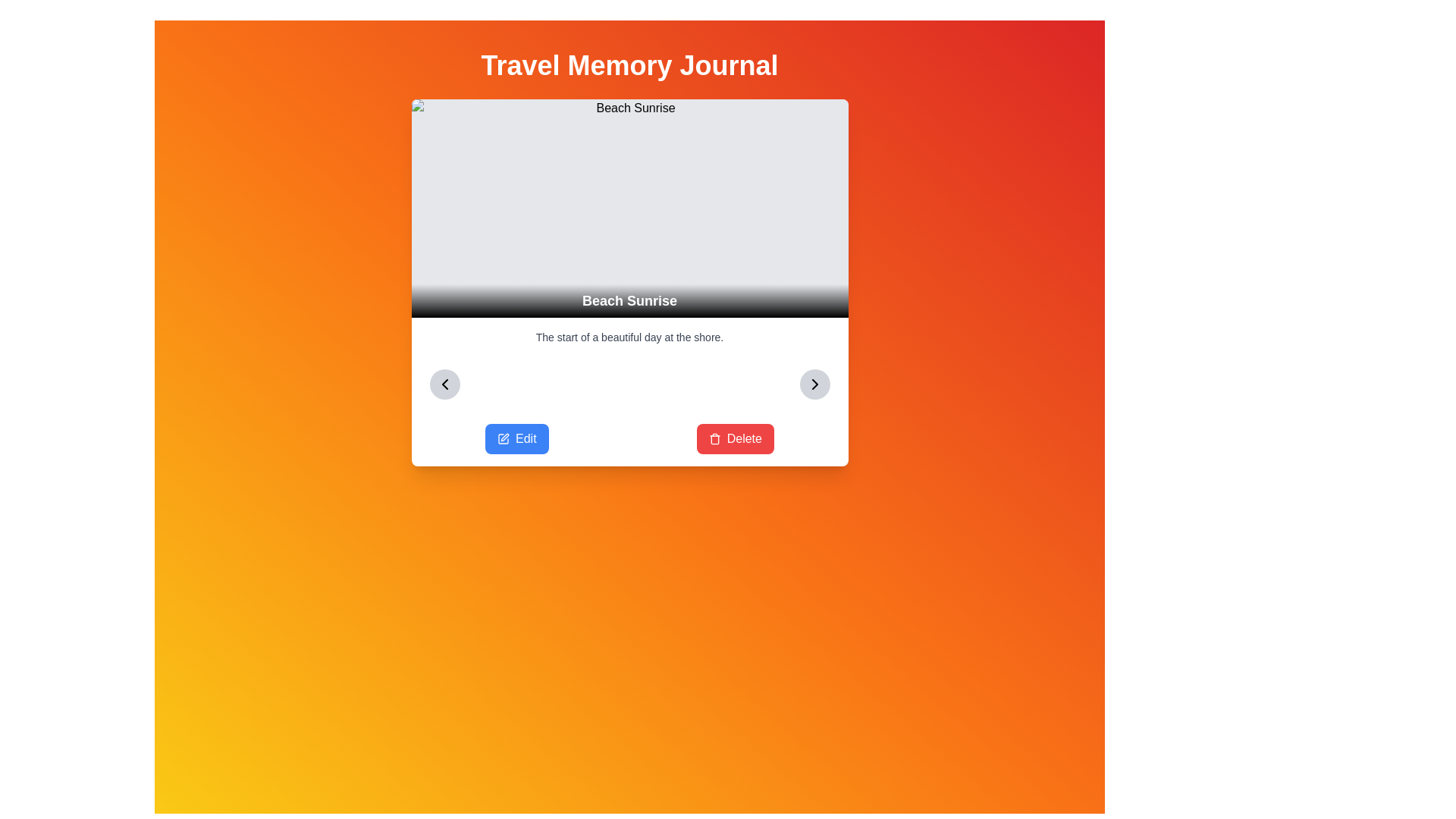 The height and width of the screenshot is (819, 1456). Describe the element at coordinates (629, 336) in the screenshot. I see `the Text label that provides a descriptive caption or explanation beneath the 'Beach Sunrise' title, centered horizontally within the card and above the 'Edit' and 'Delete' buttons` at that location.